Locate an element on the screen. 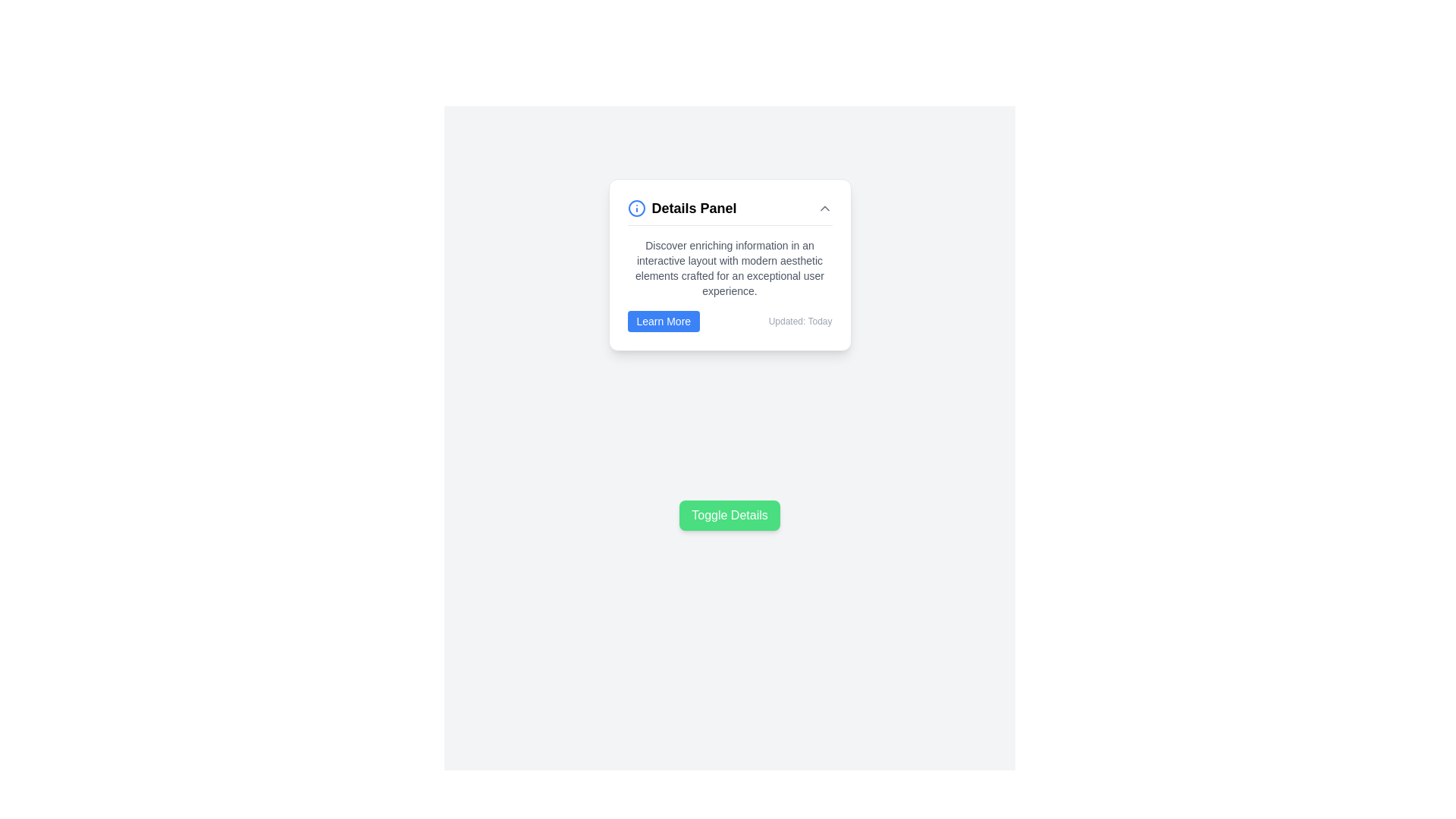  the 'Details Panel' header which includes a bold text and icons is located at coordinates (730, 212).